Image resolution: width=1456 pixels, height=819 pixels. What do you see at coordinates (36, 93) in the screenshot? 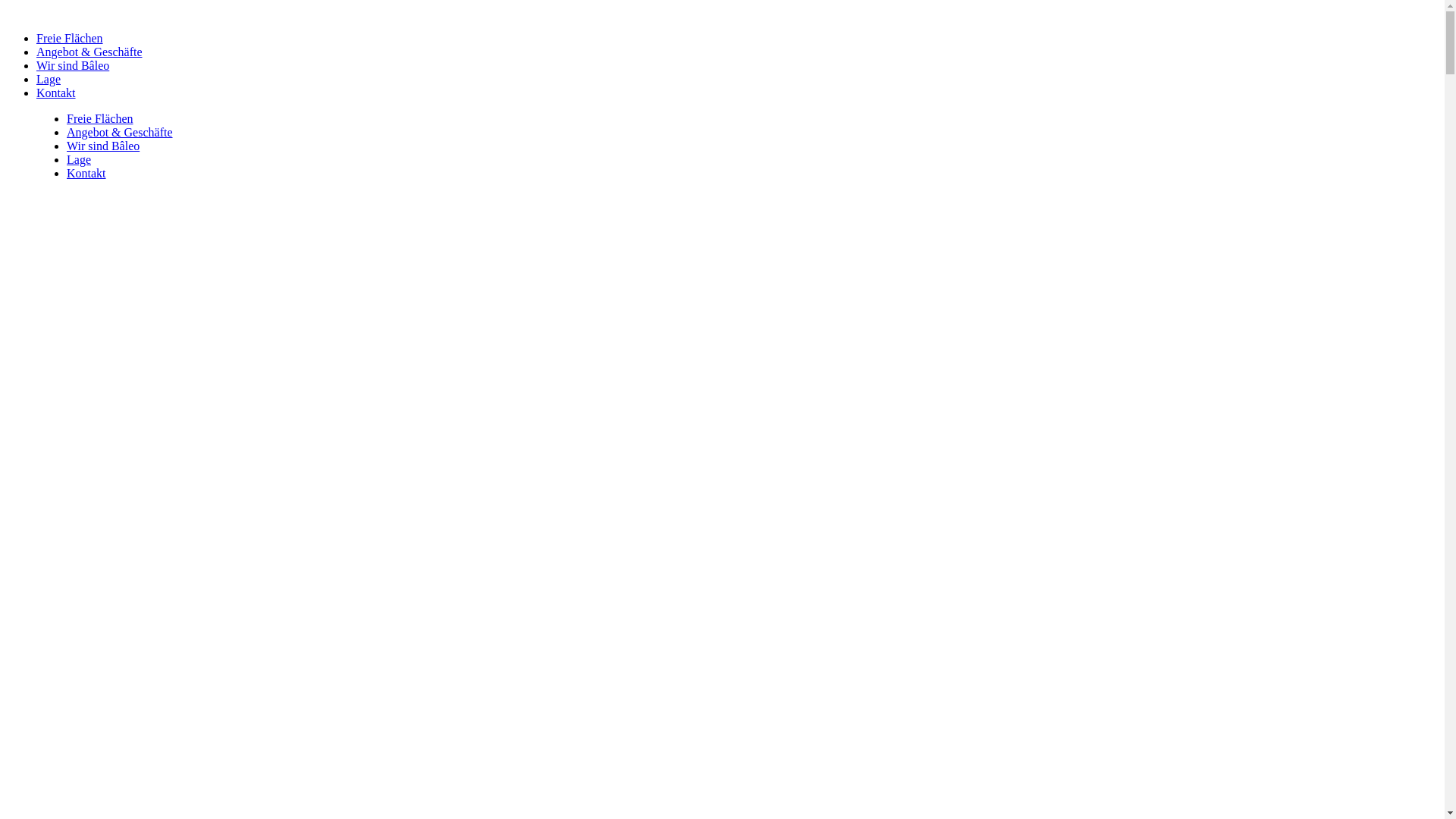
I see `'Kontakt'` at bounding box center [36, 93].